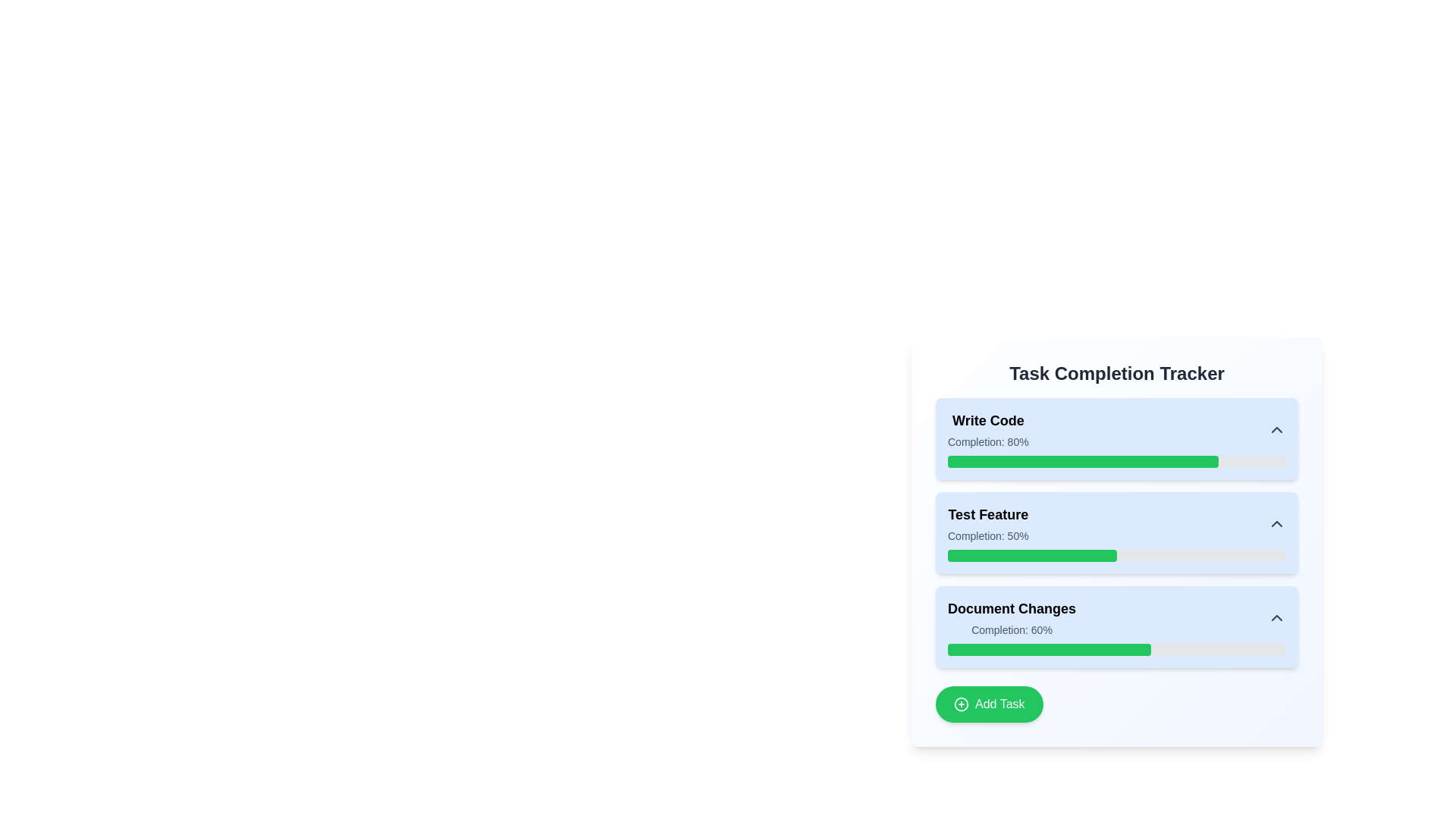 The height and width of the screenshot is (819, 1456). I want to click on the toggle button located at the top-right corner of the 'Write Code' task card in the 'Task Completion Tracker' interface, so click(1276, 430).